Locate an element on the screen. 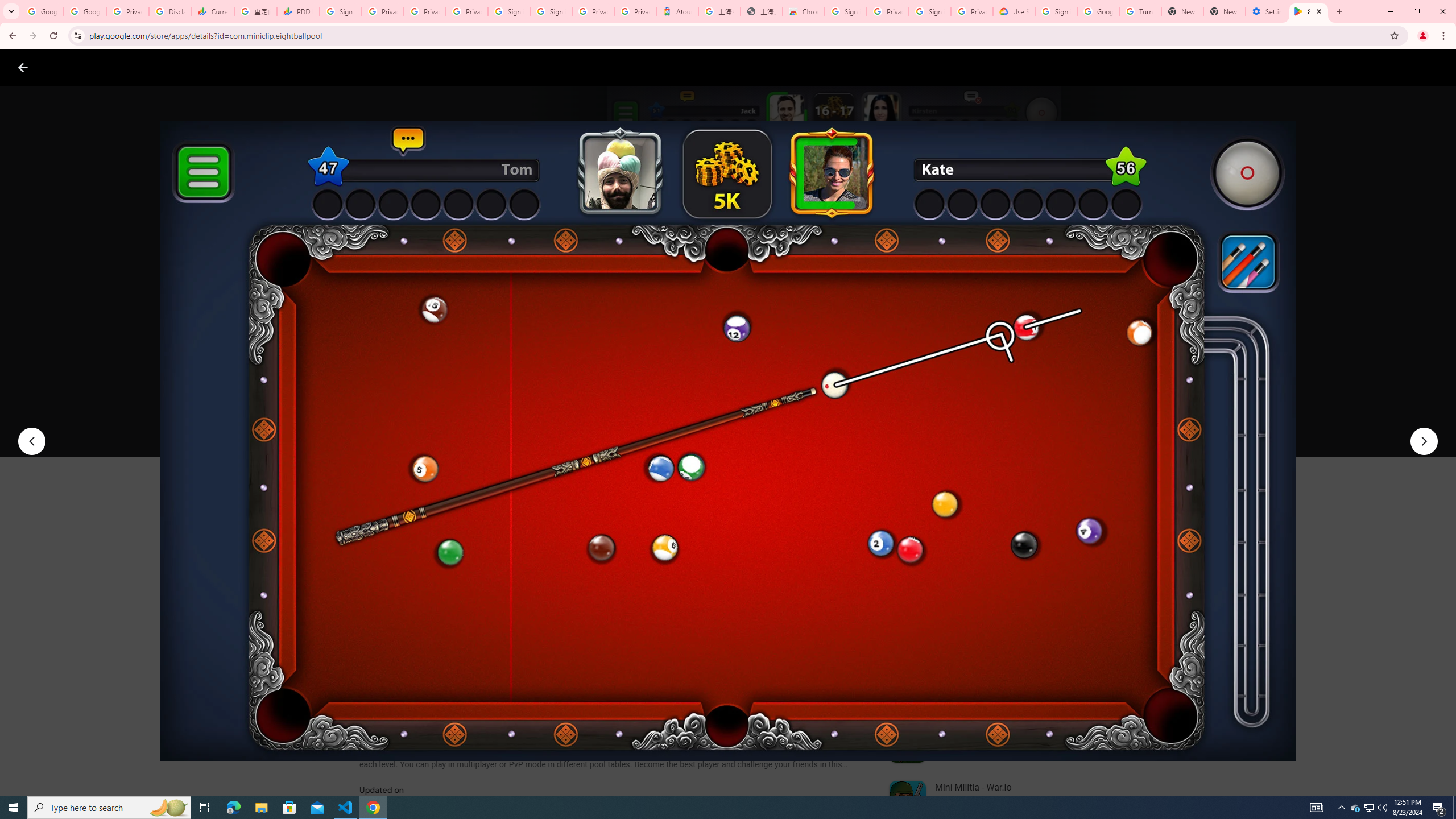  'Google Workspace Admin Community' is located at coordinates (42, 11).